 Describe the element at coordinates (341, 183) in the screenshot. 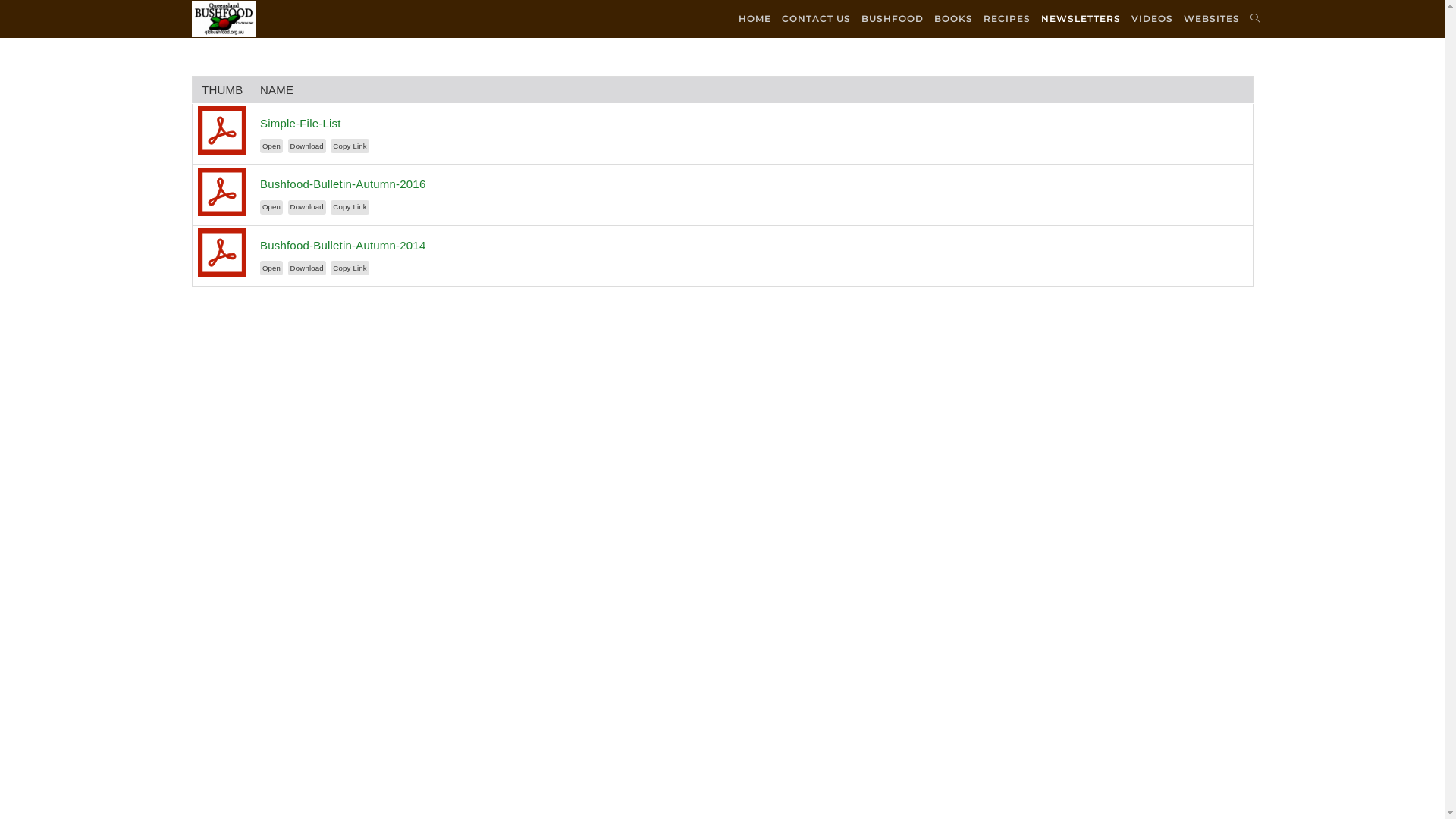

I see `'Bushfood-Bulletin-Autumn-2016'` at that location.